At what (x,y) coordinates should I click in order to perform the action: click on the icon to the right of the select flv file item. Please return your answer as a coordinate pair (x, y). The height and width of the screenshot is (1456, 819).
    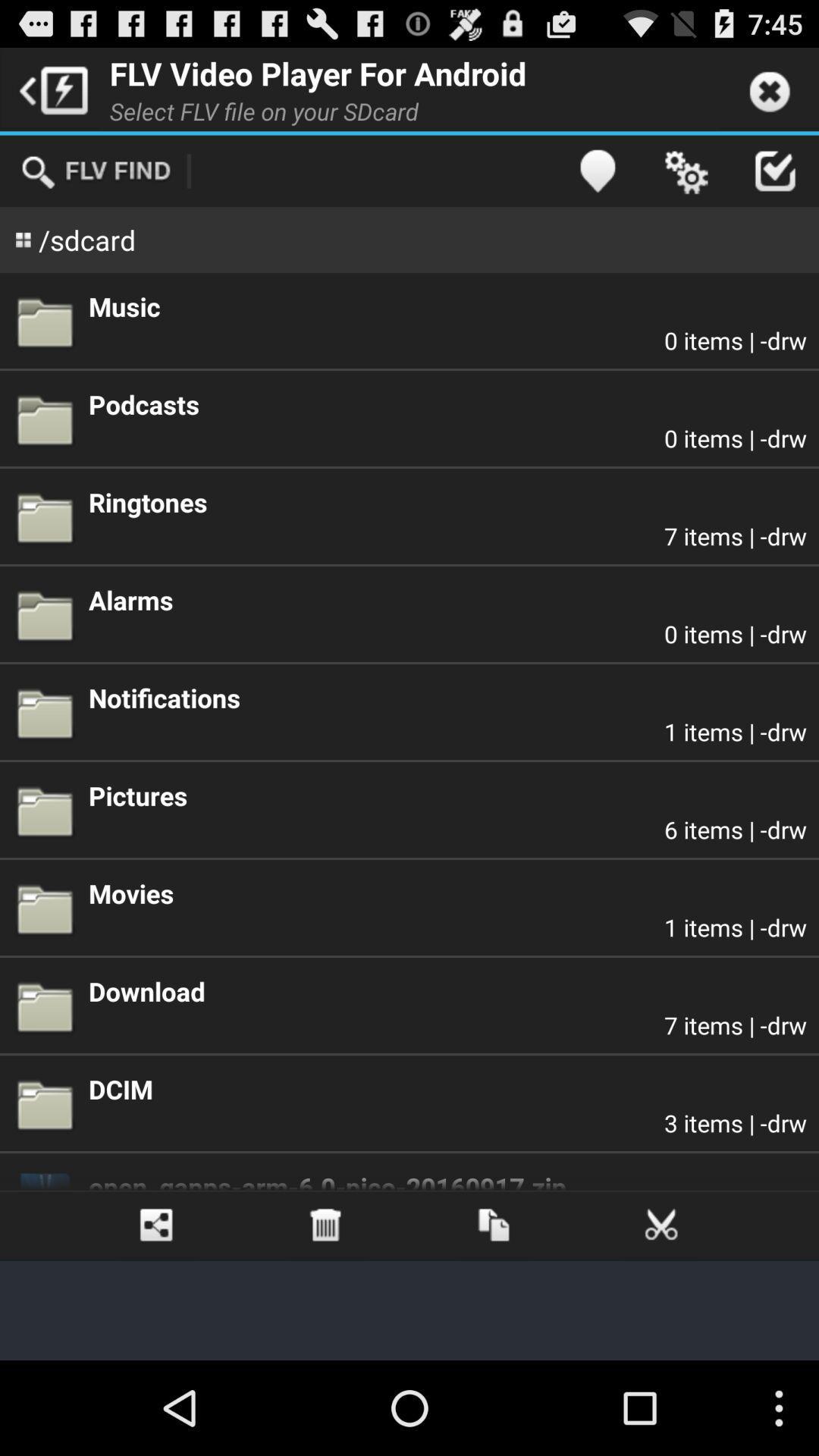
    Looking at the image, I should click on (596, 171).